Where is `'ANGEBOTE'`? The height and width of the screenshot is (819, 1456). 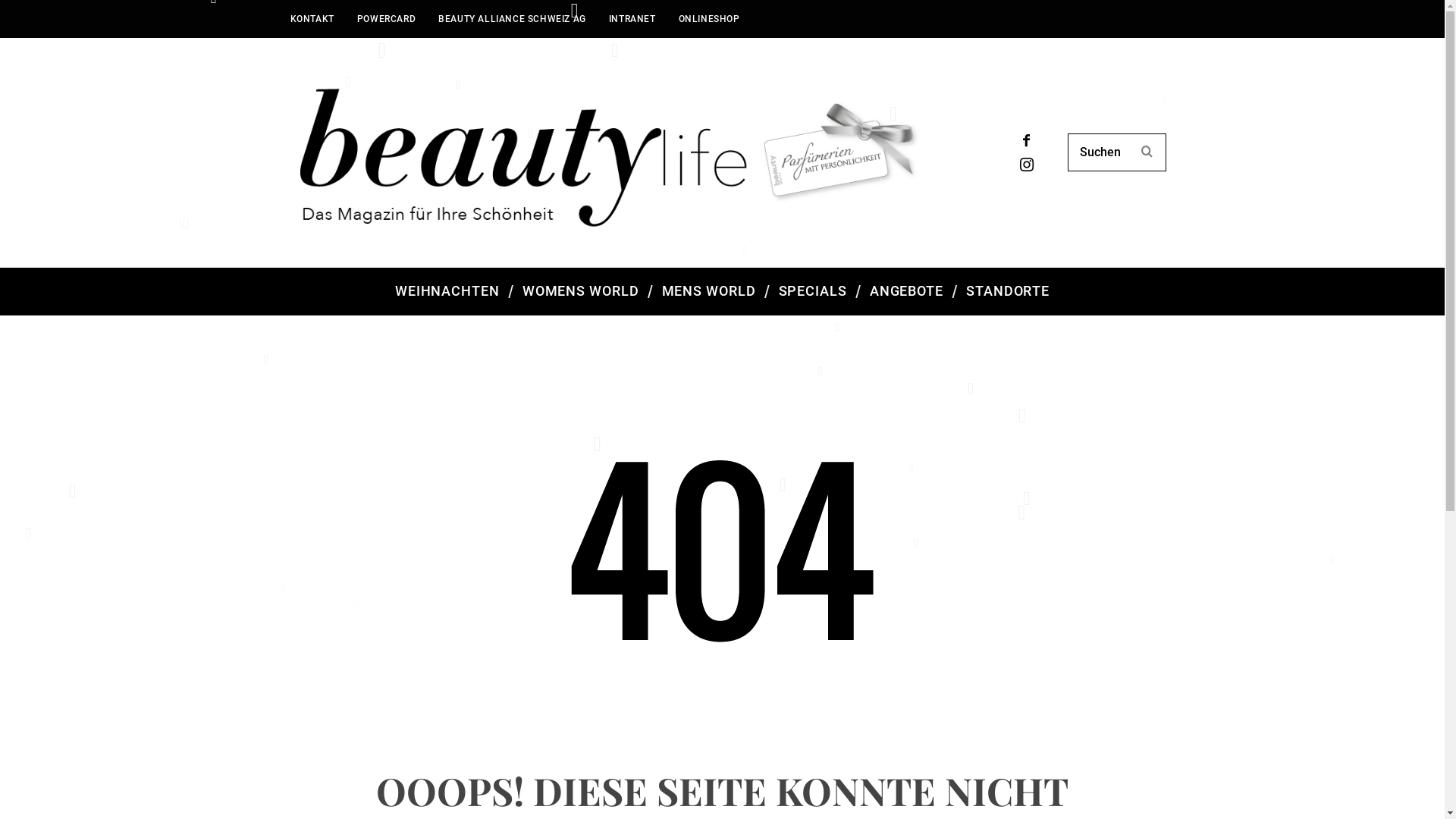 'ANGEBOTE' is located at coordinates (906, 291).